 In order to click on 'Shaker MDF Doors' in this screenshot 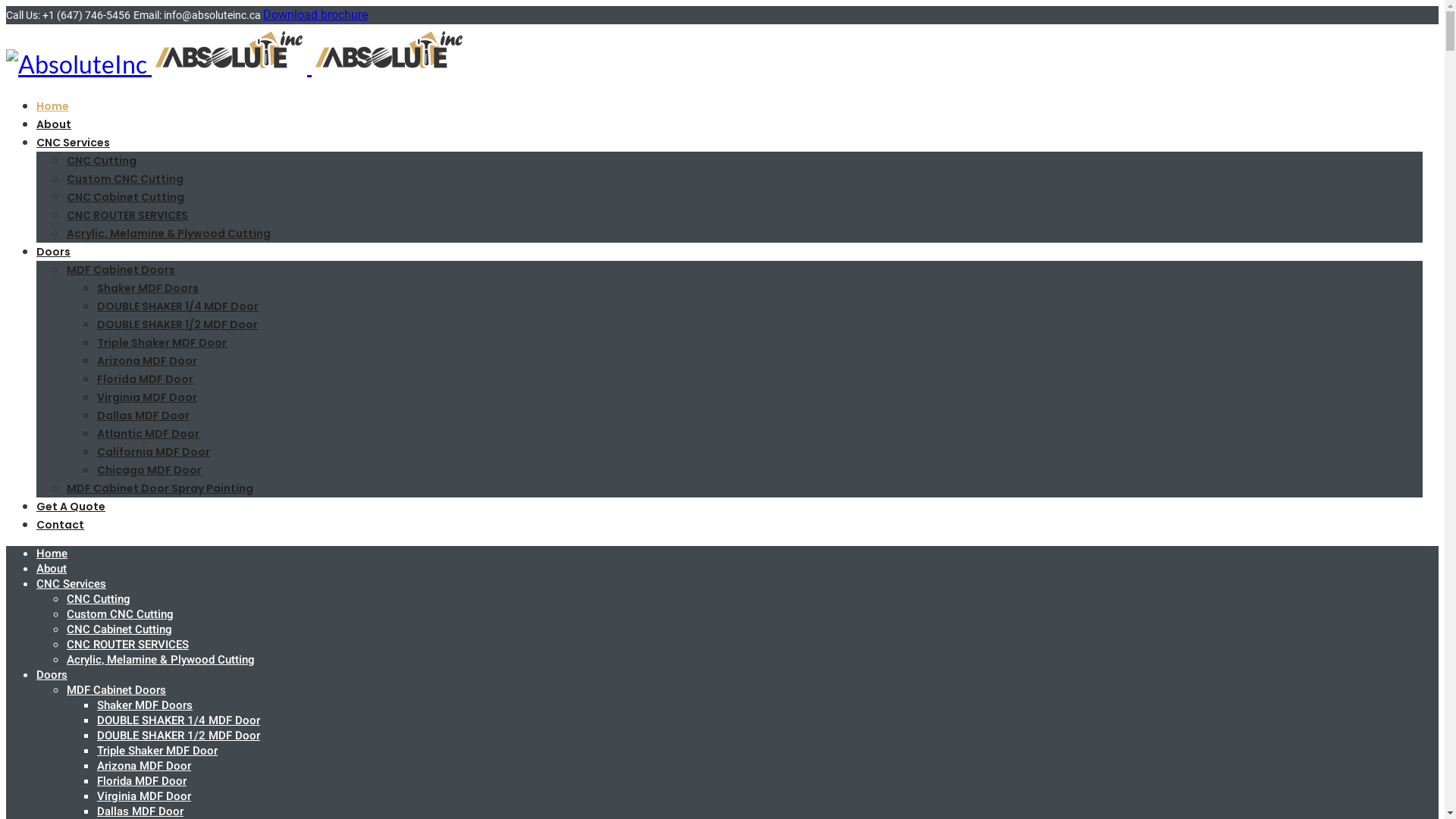, I will do `click(148, 288)`.